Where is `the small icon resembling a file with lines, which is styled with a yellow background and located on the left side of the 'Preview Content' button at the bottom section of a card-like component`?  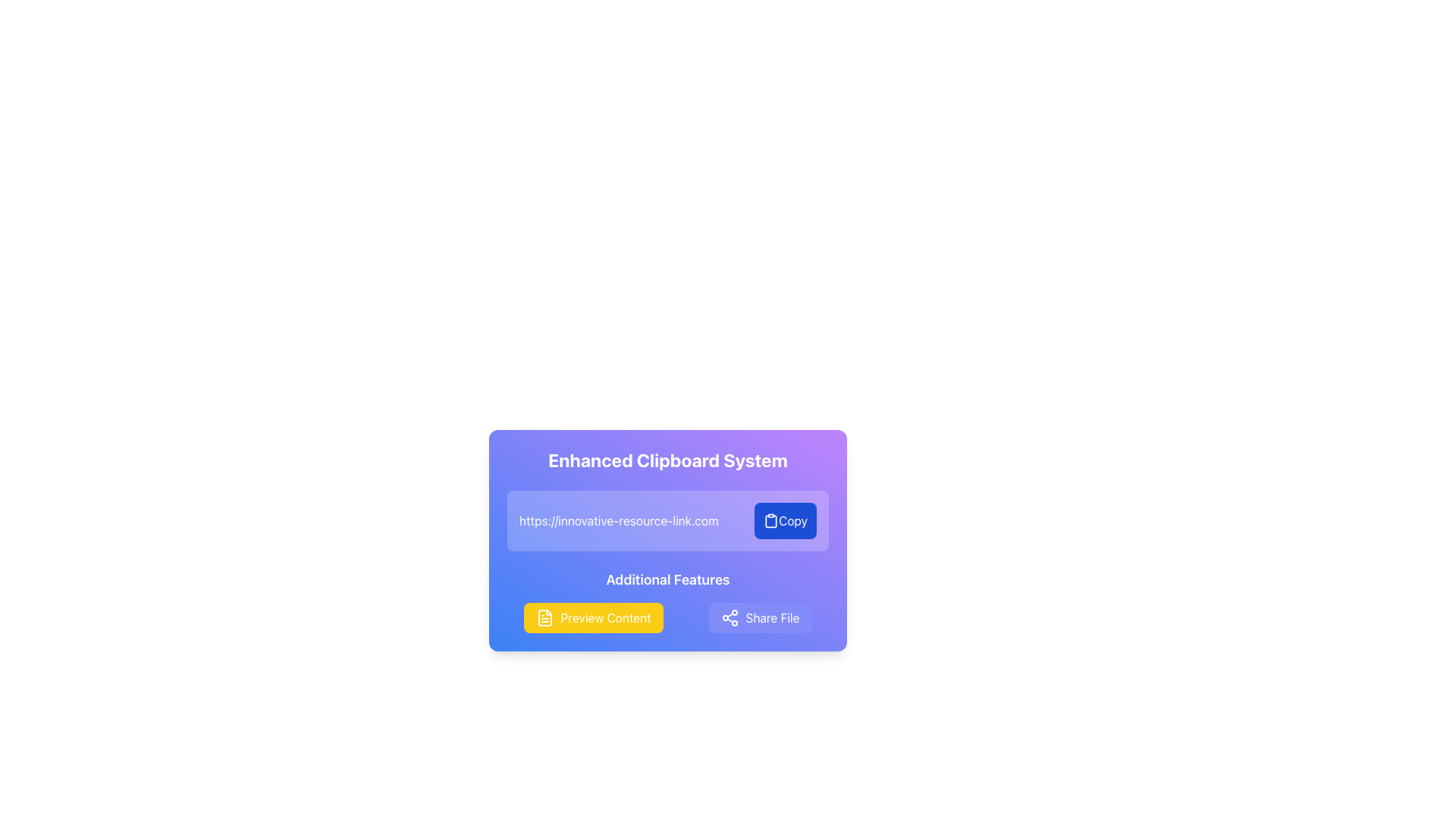
the small icon resembling a file with lines, which is styled with a yellow background and located on the left side of the 'Preview Content' button at the bottom section of a card-like component is located at coordinates (545, 617).